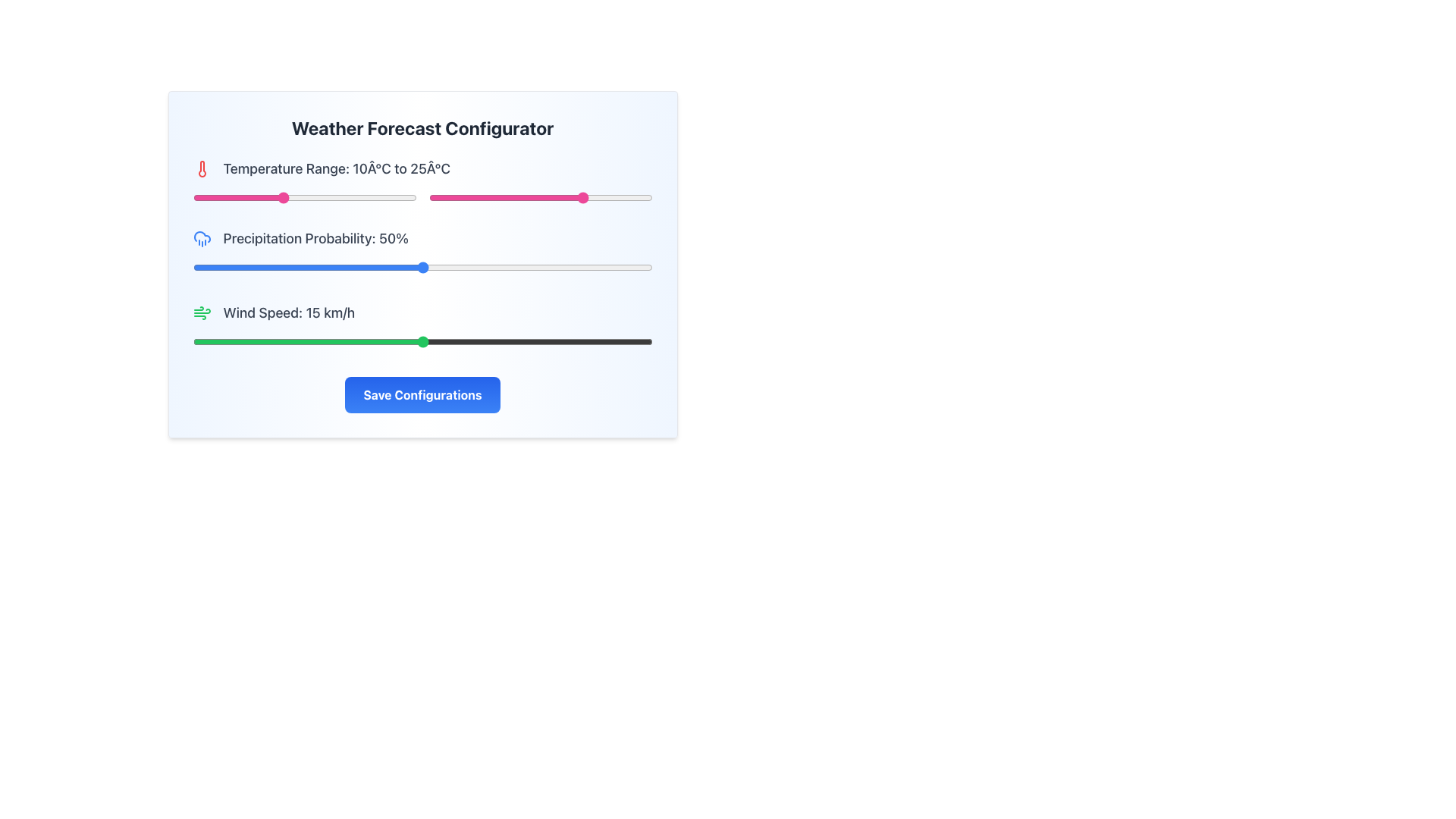  What do you see at coordinates (367, 267) in the screenshot?
I see `the precipitation probability` at bounding box center [367, 267].